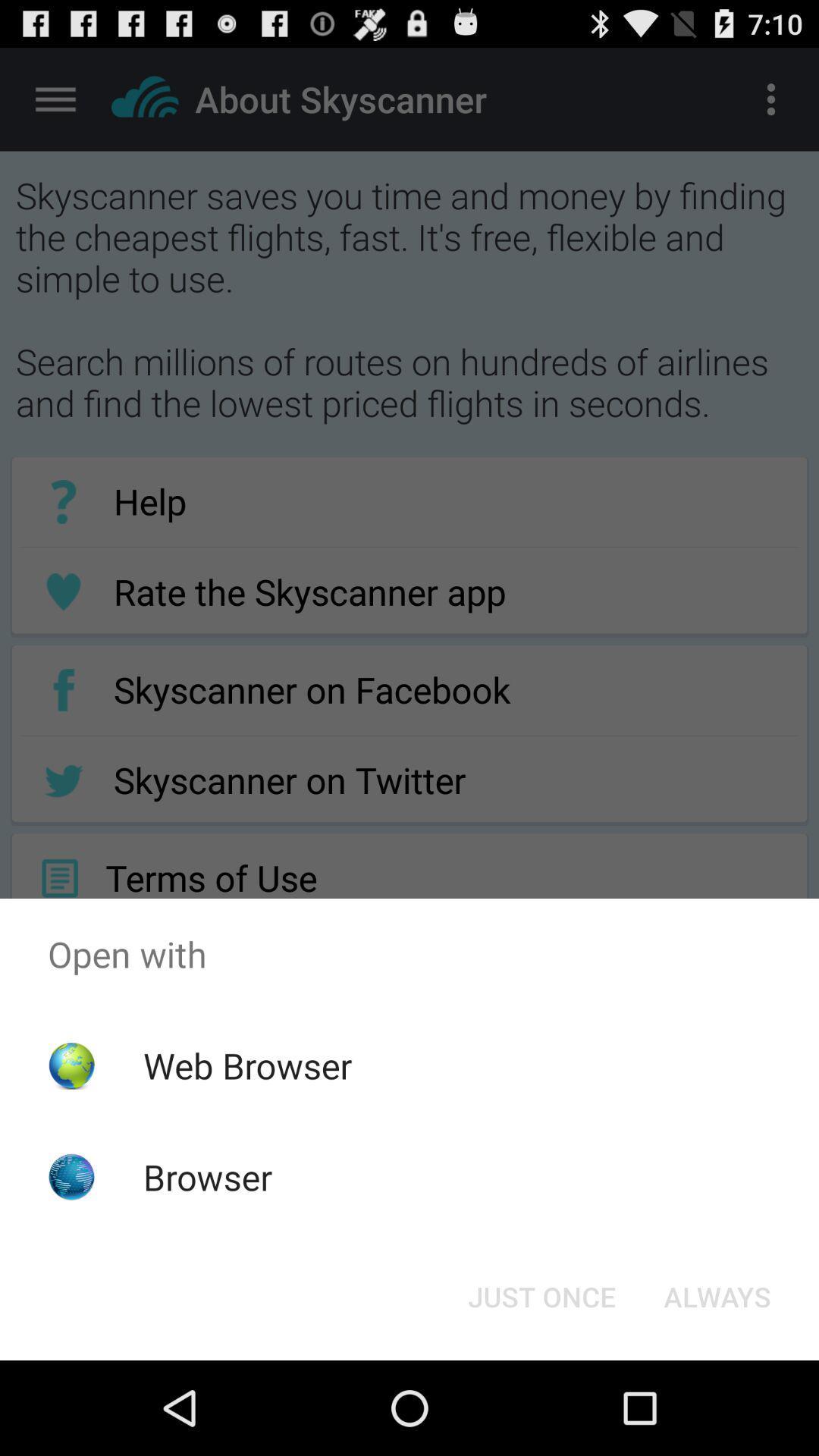  I want to click on the web browser, so click(246, 1065).